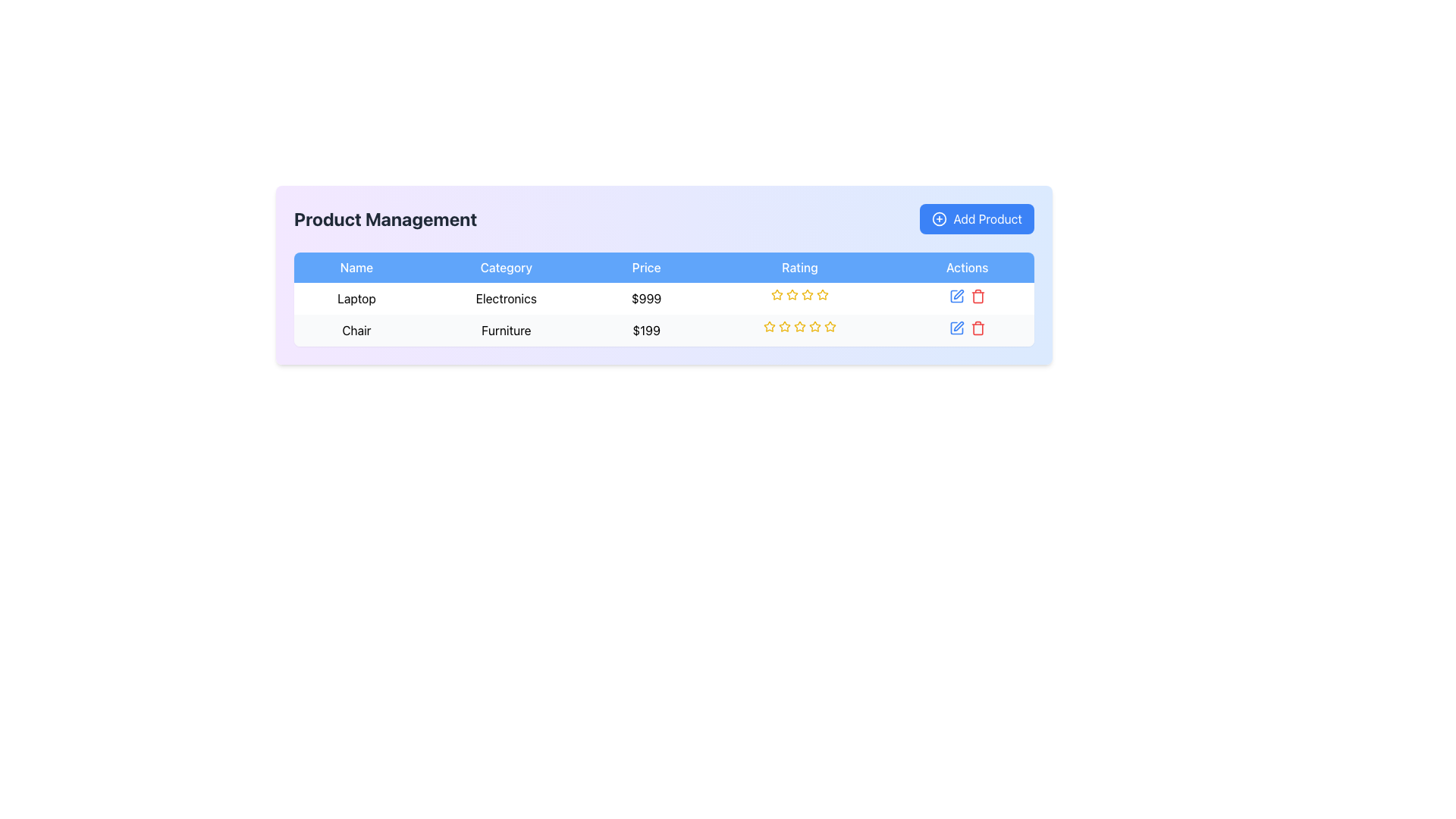 Image resolution: width=1456 pixels, height=819 pixels. What do you see at coordinates (807, 294) in the screenshot?
I see `the fourth star icon in the 'Rating' column of the first row ('Laptop' row) in the product management table` at bounding box center [807, 294].